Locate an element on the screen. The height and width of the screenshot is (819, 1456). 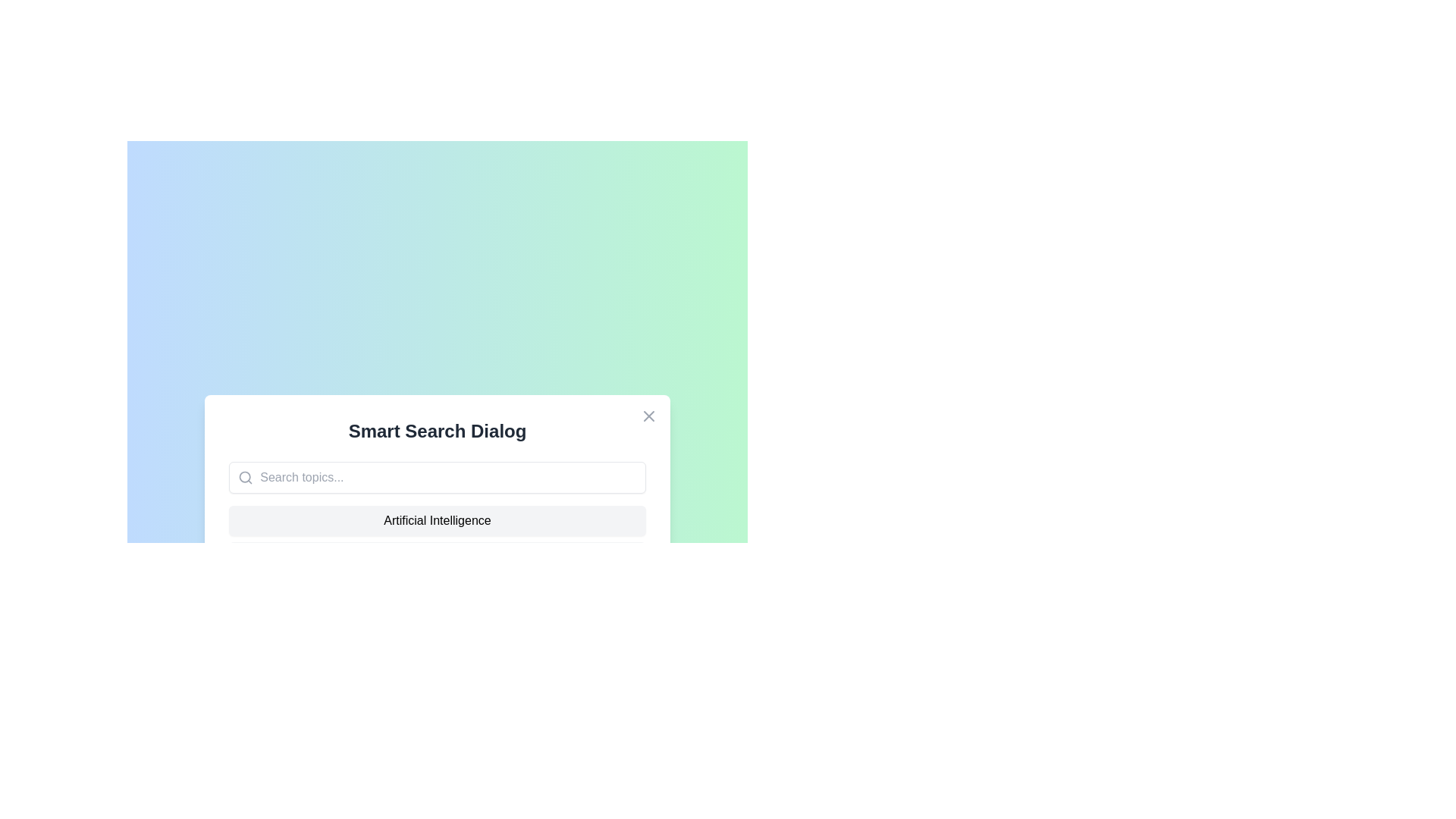
close button (X) to close the dialog is located at coordinates (648, 416).